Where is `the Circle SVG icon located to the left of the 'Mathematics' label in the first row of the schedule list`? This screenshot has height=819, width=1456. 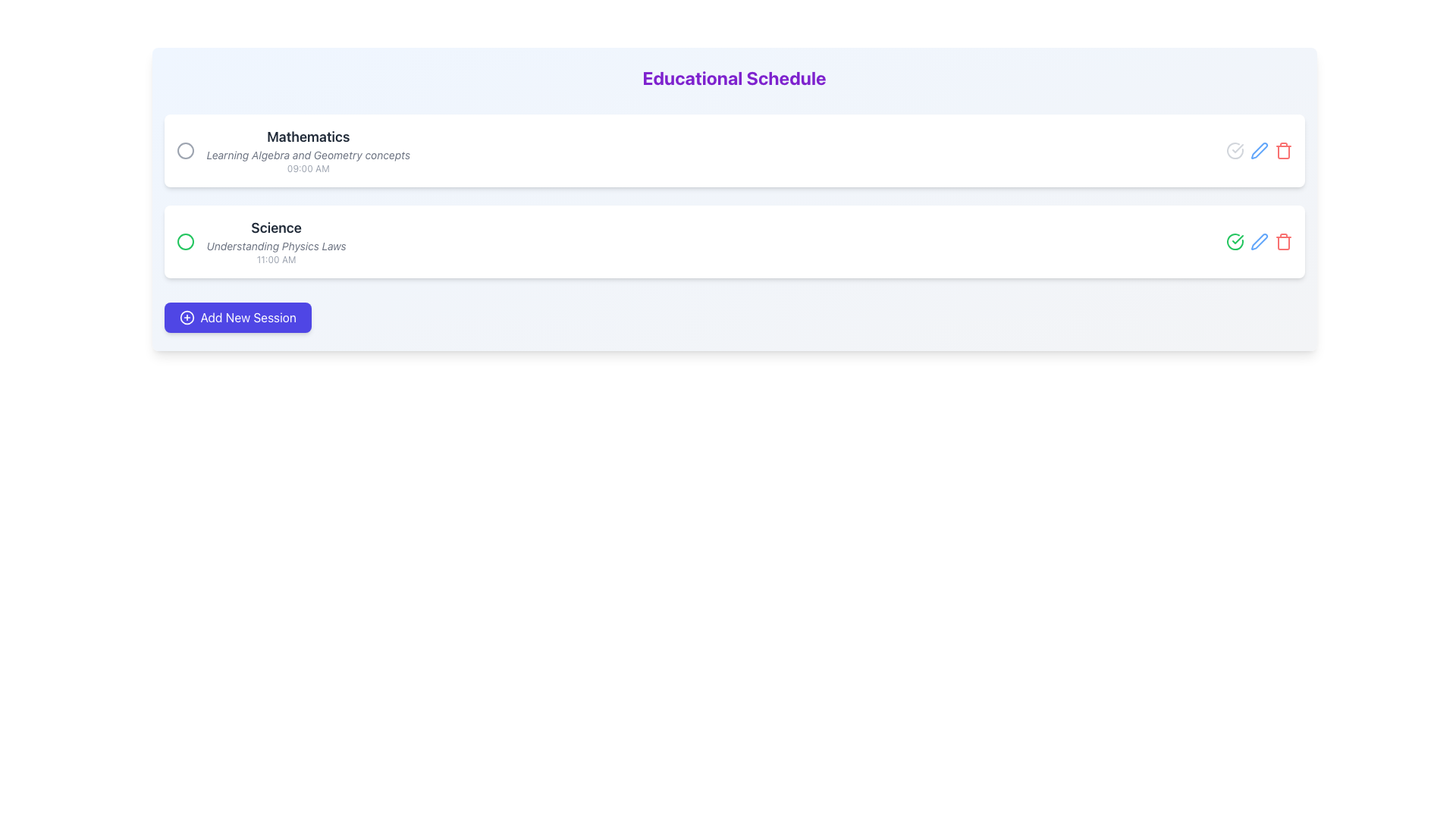
the Circle SVG icon located to the left of the 'Mathematics' label in the first row of the schedule list is located at coordinates (184, 151).